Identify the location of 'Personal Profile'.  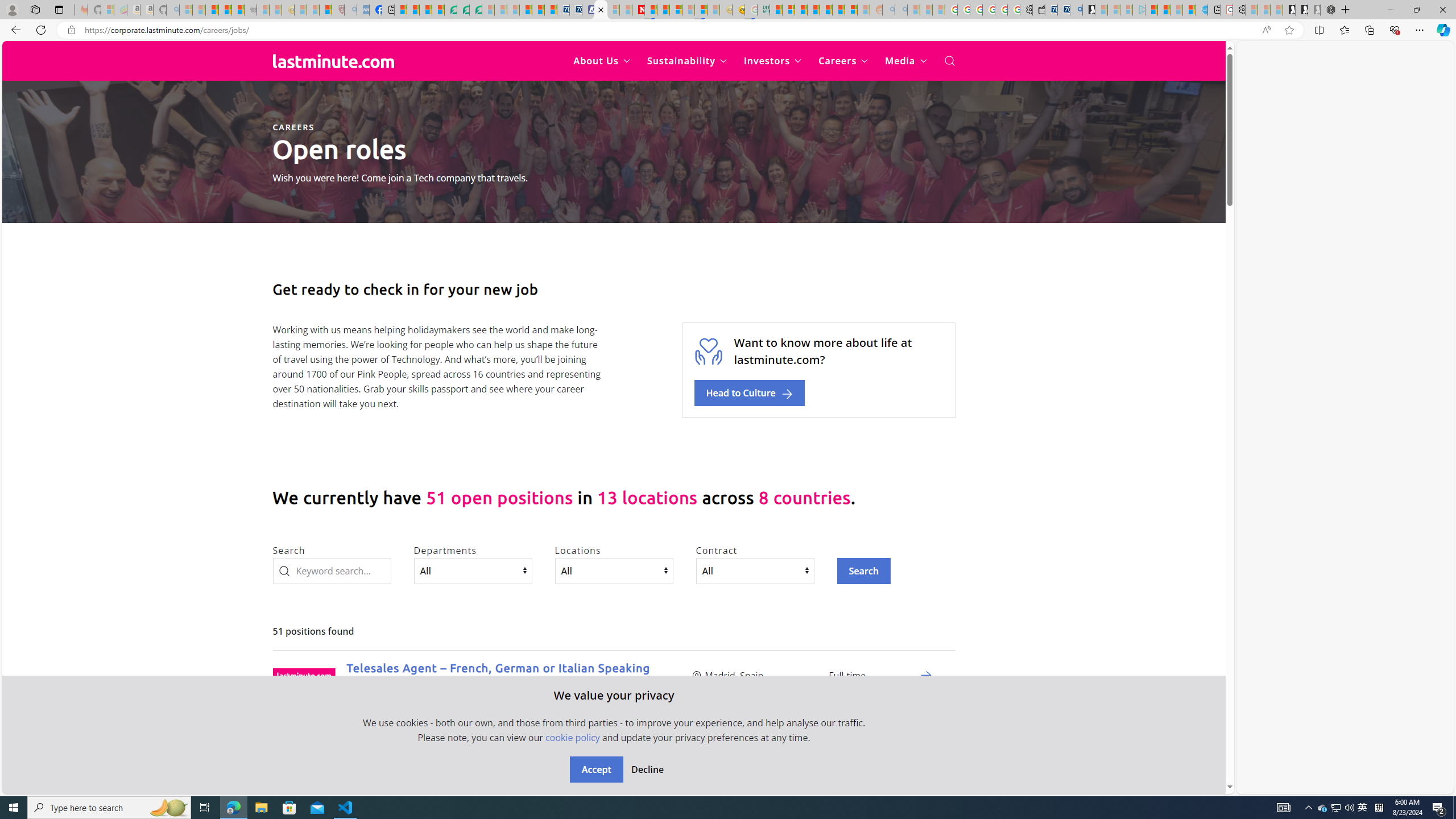
(11, 9).